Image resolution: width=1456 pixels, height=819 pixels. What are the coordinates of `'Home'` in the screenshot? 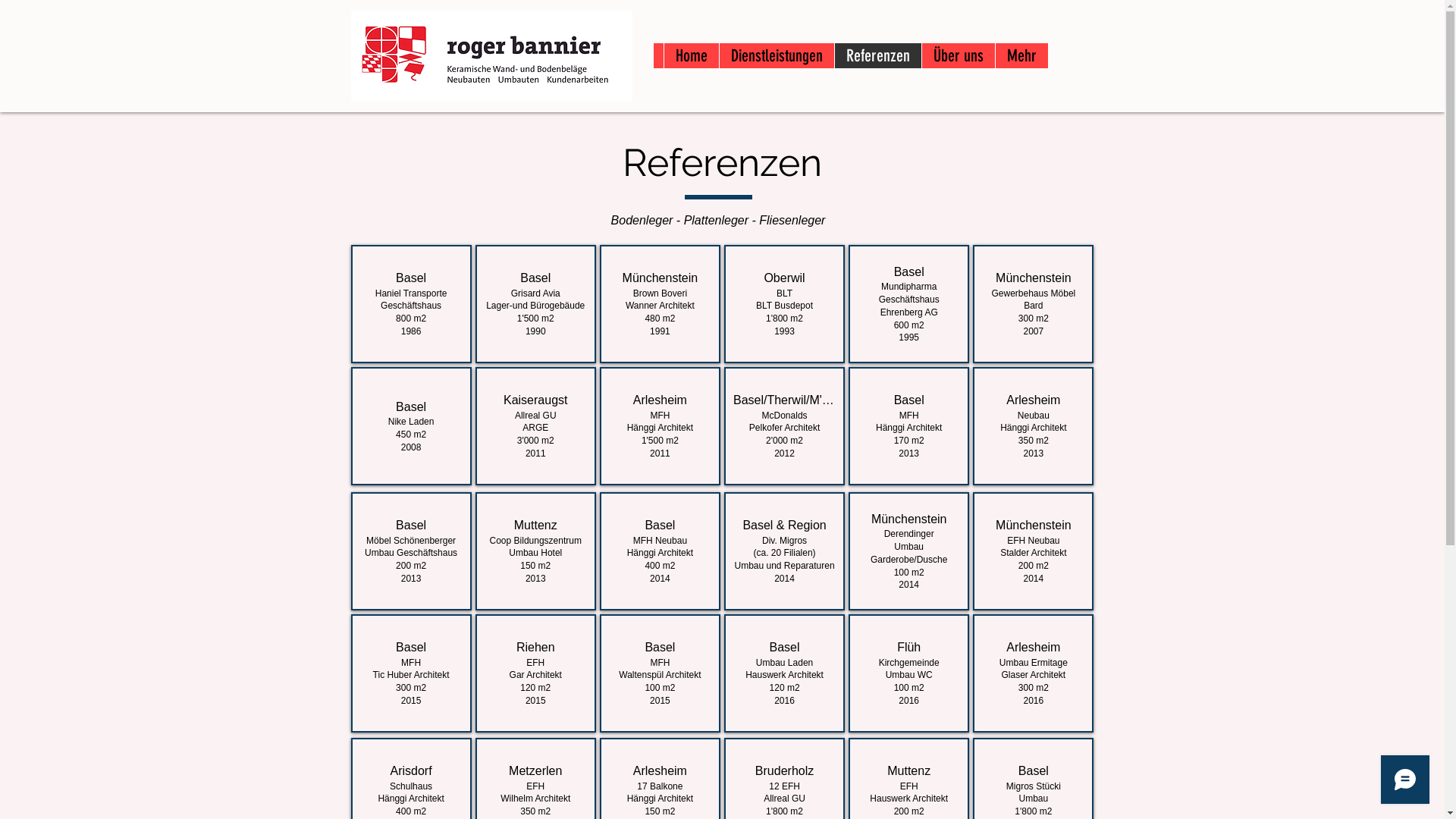 It's located at (689, 55).